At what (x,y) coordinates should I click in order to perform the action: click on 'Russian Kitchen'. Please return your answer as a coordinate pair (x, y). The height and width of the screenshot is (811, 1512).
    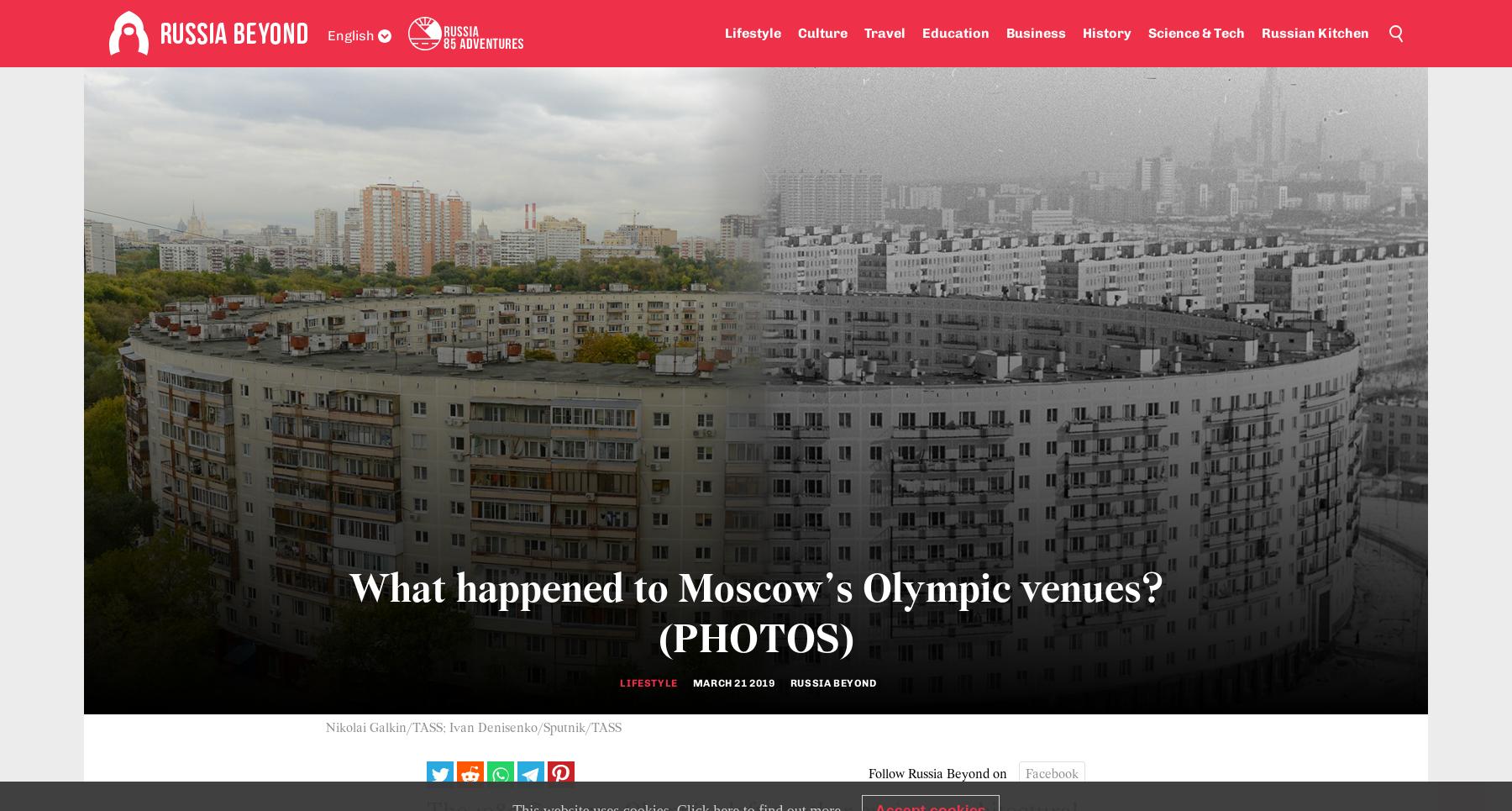
    Looking at the image, I should click on (1261, 33).